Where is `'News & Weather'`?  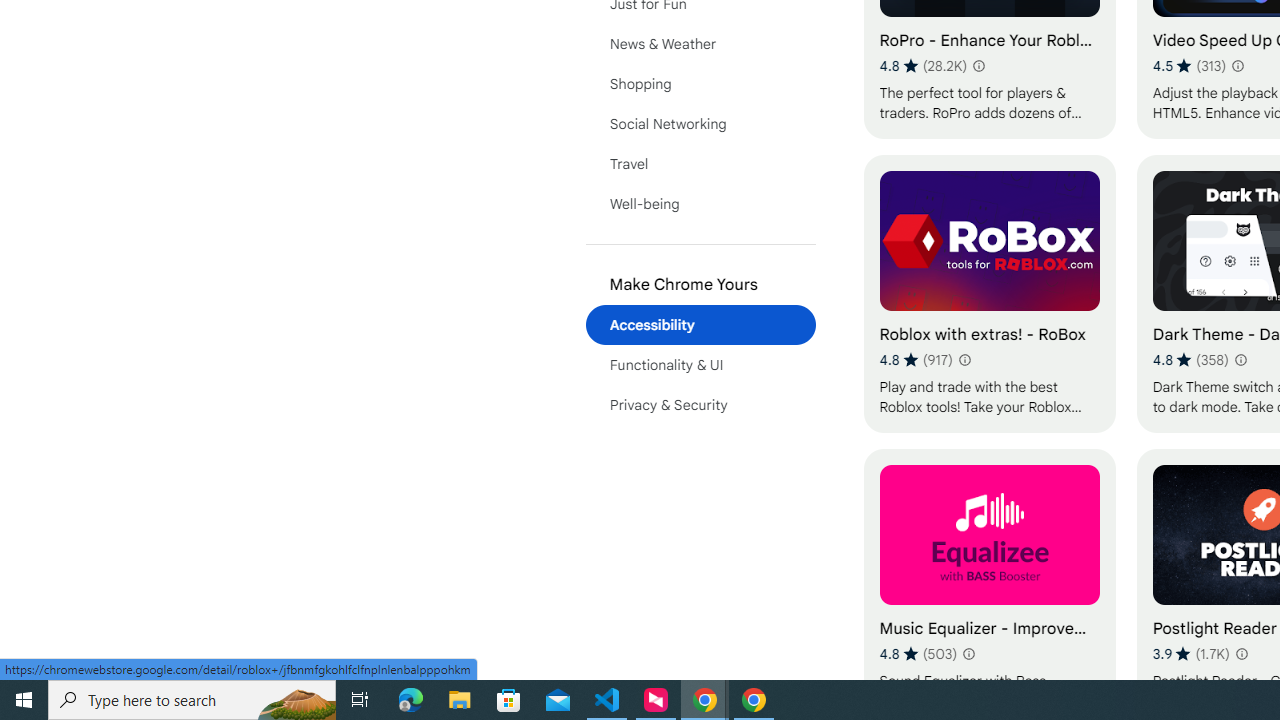
'News & Weather' is located at coordinates (700, 43).